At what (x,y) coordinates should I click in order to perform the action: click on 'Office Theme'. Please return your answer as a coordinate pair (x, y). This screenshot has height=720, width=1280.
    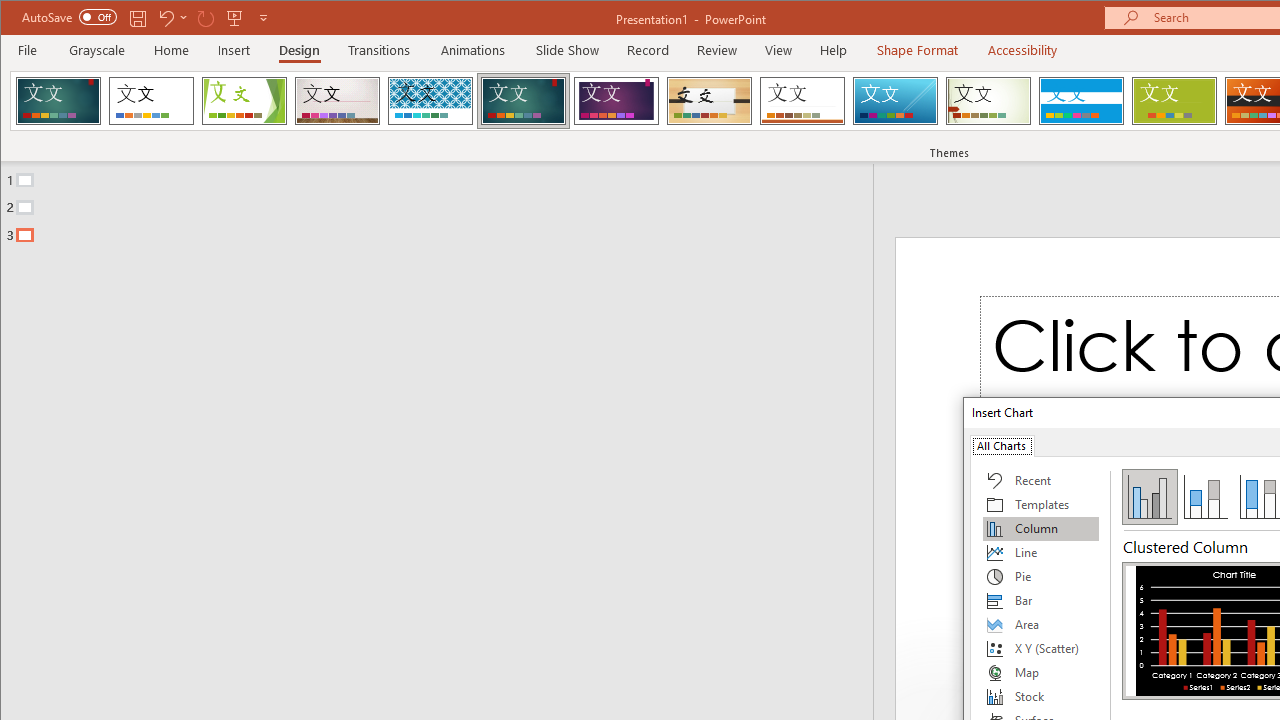
    Looking at the image, I should click on (150, 100).